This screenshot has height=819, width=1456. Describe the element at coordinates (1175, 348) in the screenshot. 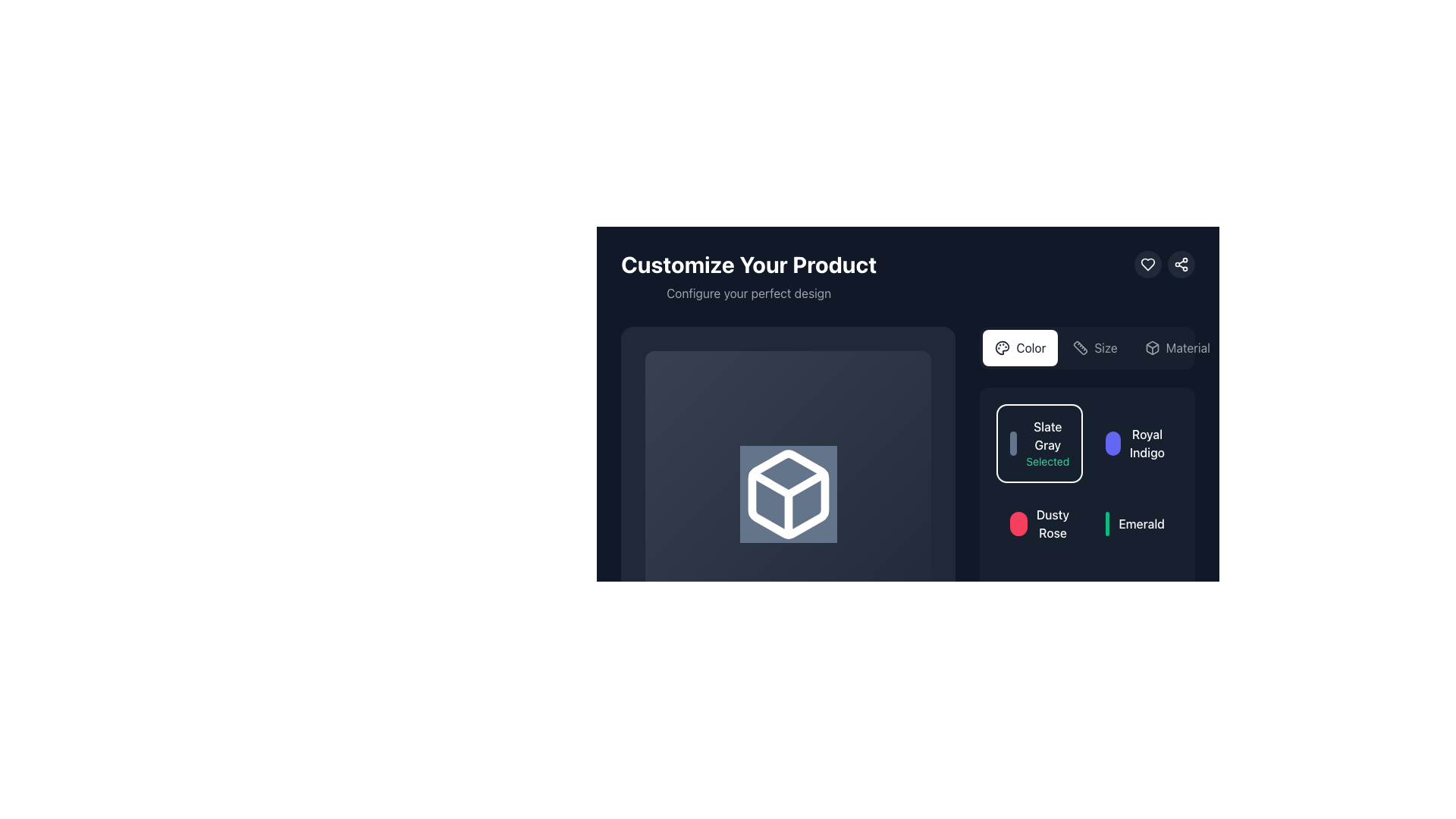

I see `the rightmost button in the horizontal sequence` at that location.